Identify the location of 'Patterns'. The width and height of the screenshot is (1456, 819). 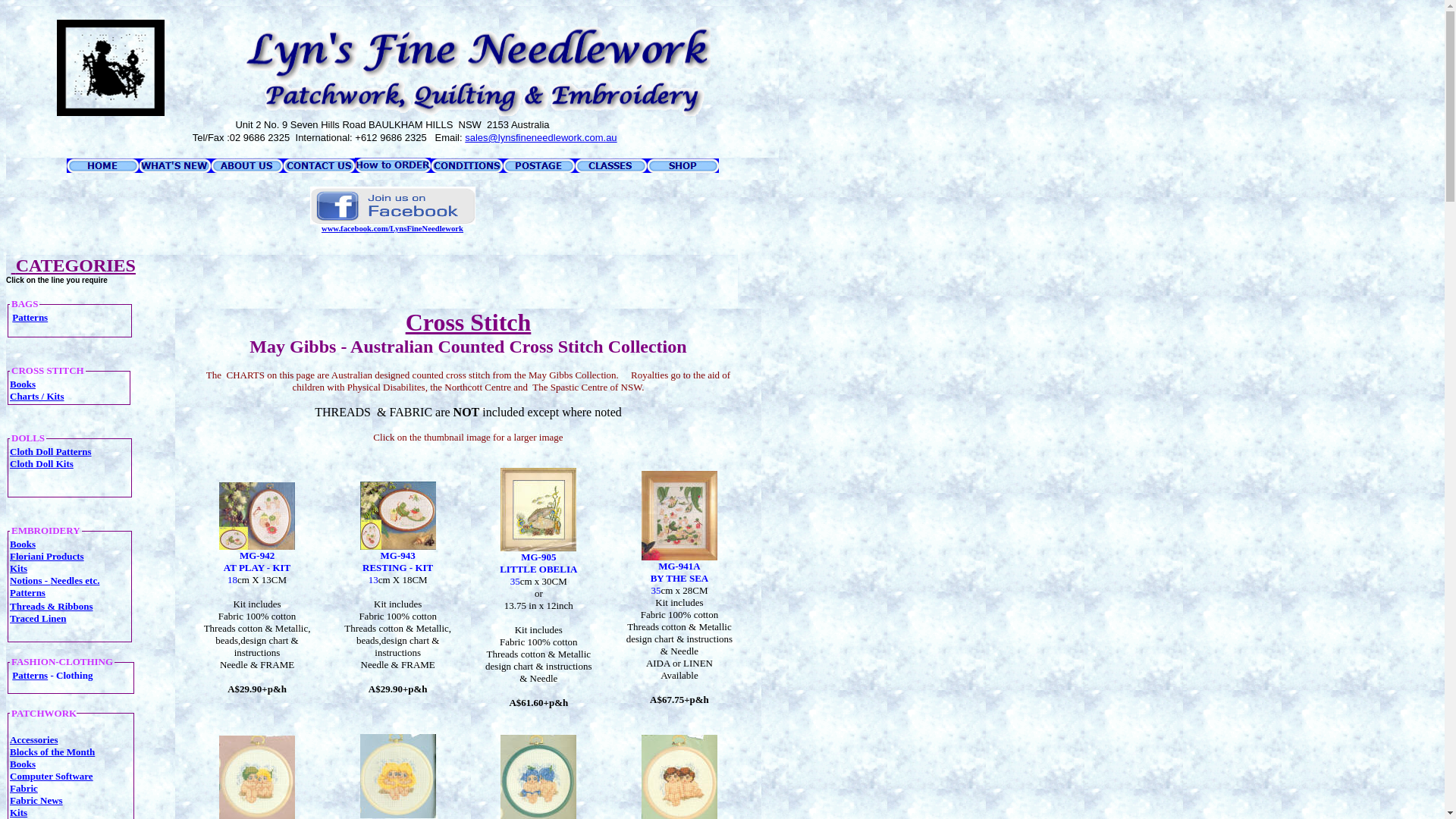
(30, 674).